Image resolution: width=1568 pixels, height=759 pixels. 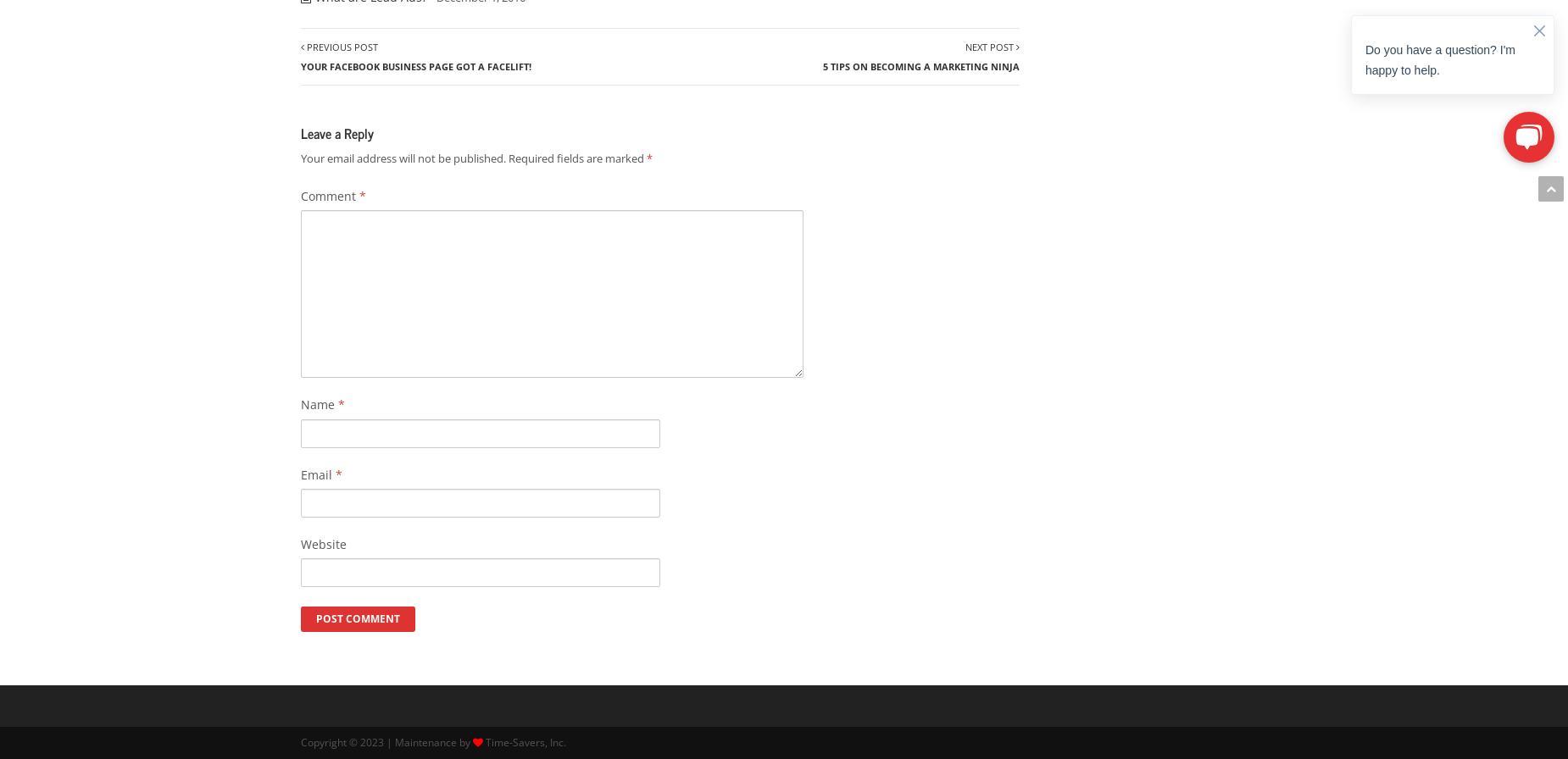 I want to click on 'Email', so click(x=317, y=474).